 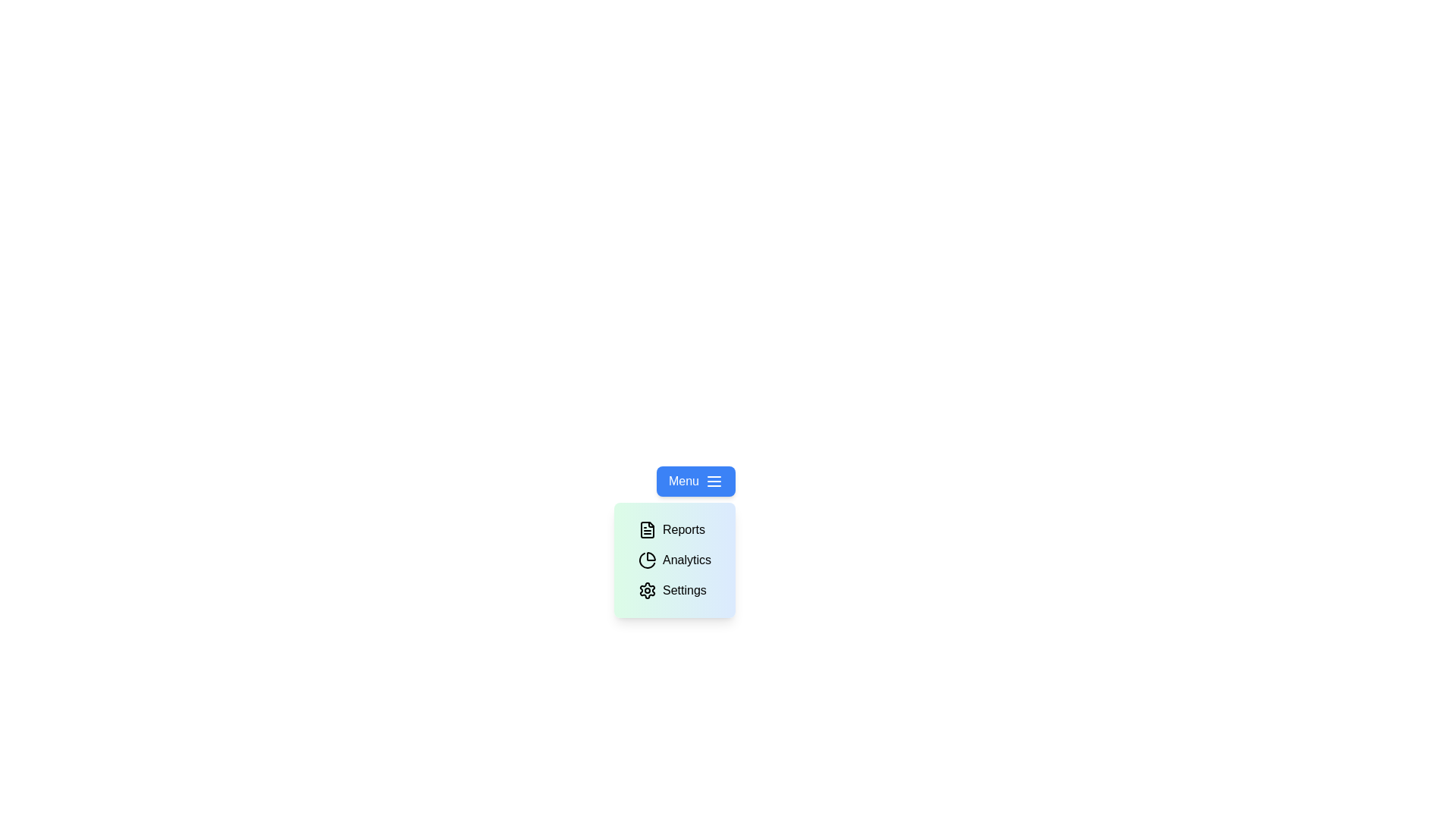 I want to click on the 'Settings' option in the dropdown menu, so click(x=671, y=590).